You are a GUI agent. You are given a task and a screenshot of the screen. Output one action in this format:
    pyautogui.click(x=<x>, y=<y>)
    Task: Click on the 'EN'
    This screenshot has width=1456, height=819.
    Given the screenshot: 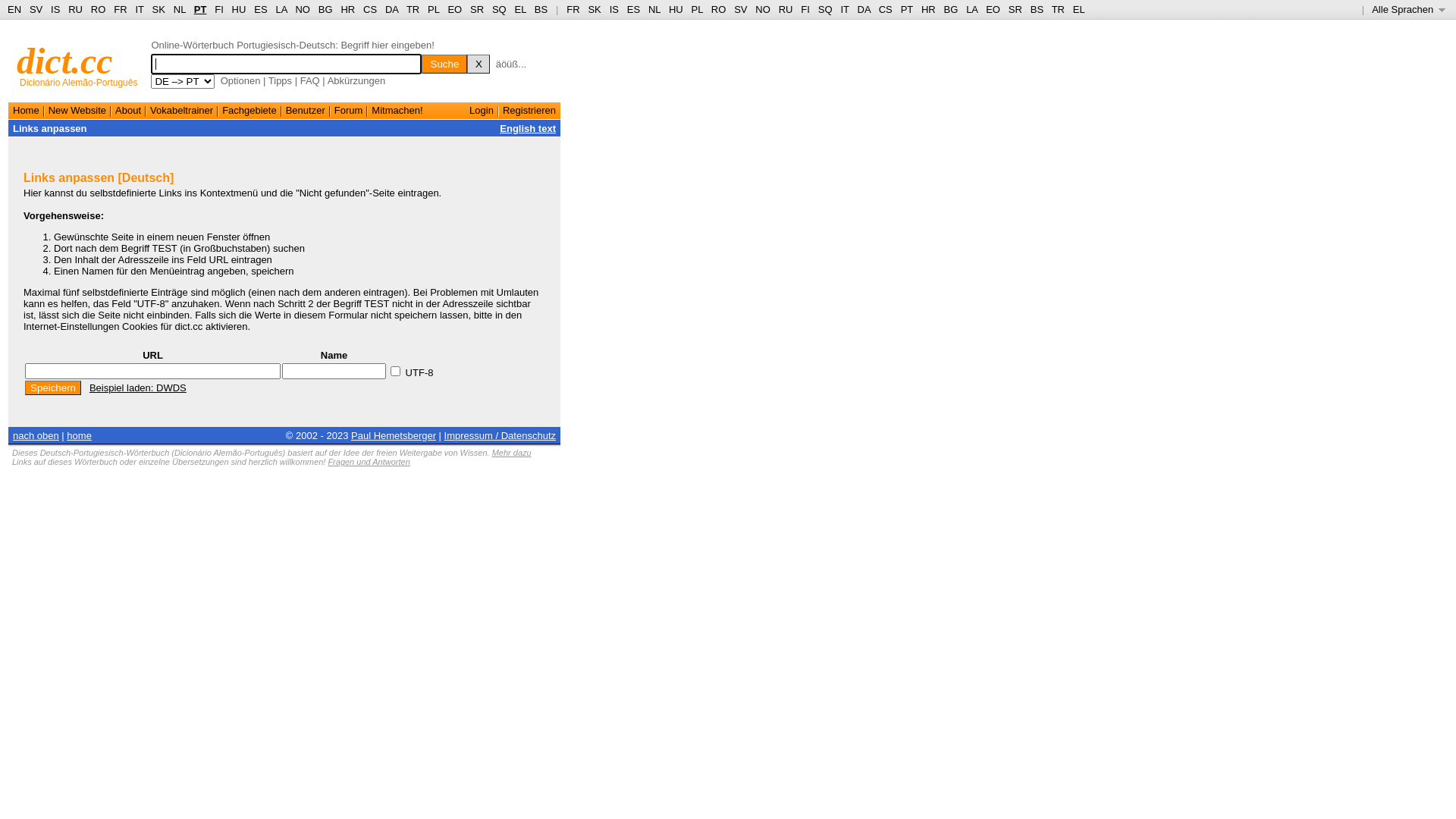 What is the action you would take?
    pyautogui.click(x=14, y=9)
    